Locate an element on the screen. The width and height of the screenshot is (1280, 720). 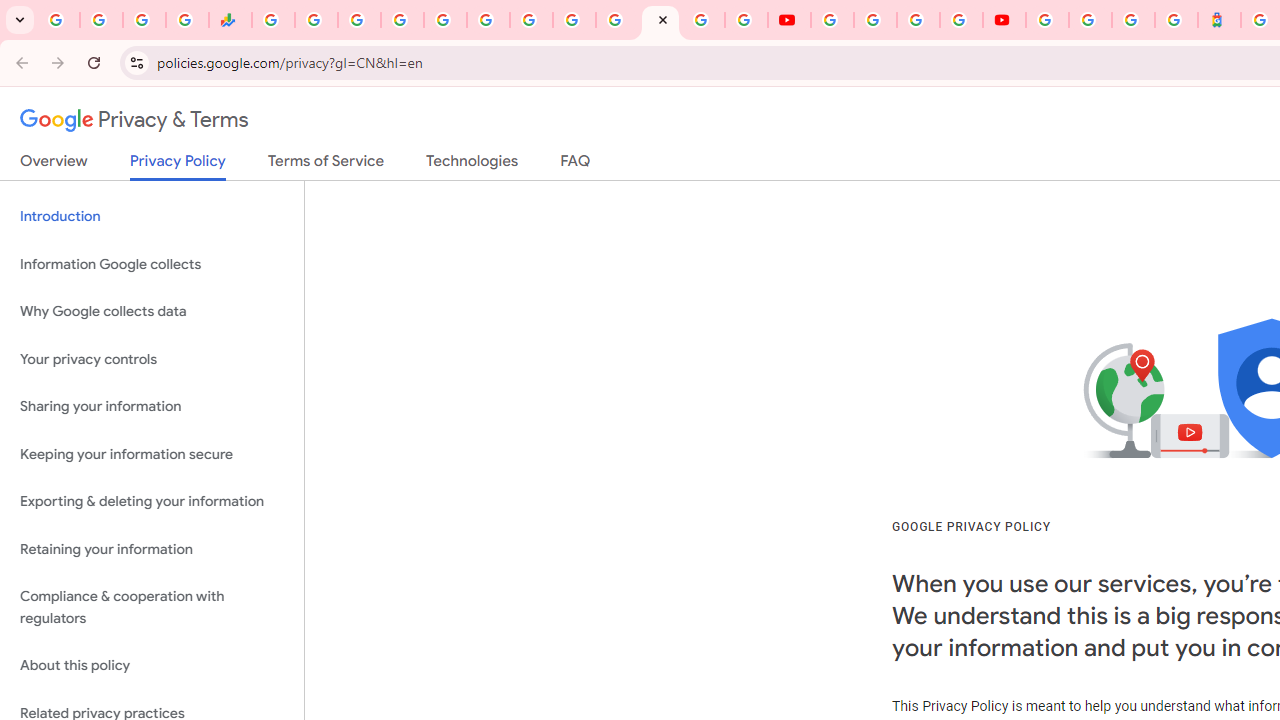
'Your privacy controls' is located at coordinates (151, 358).